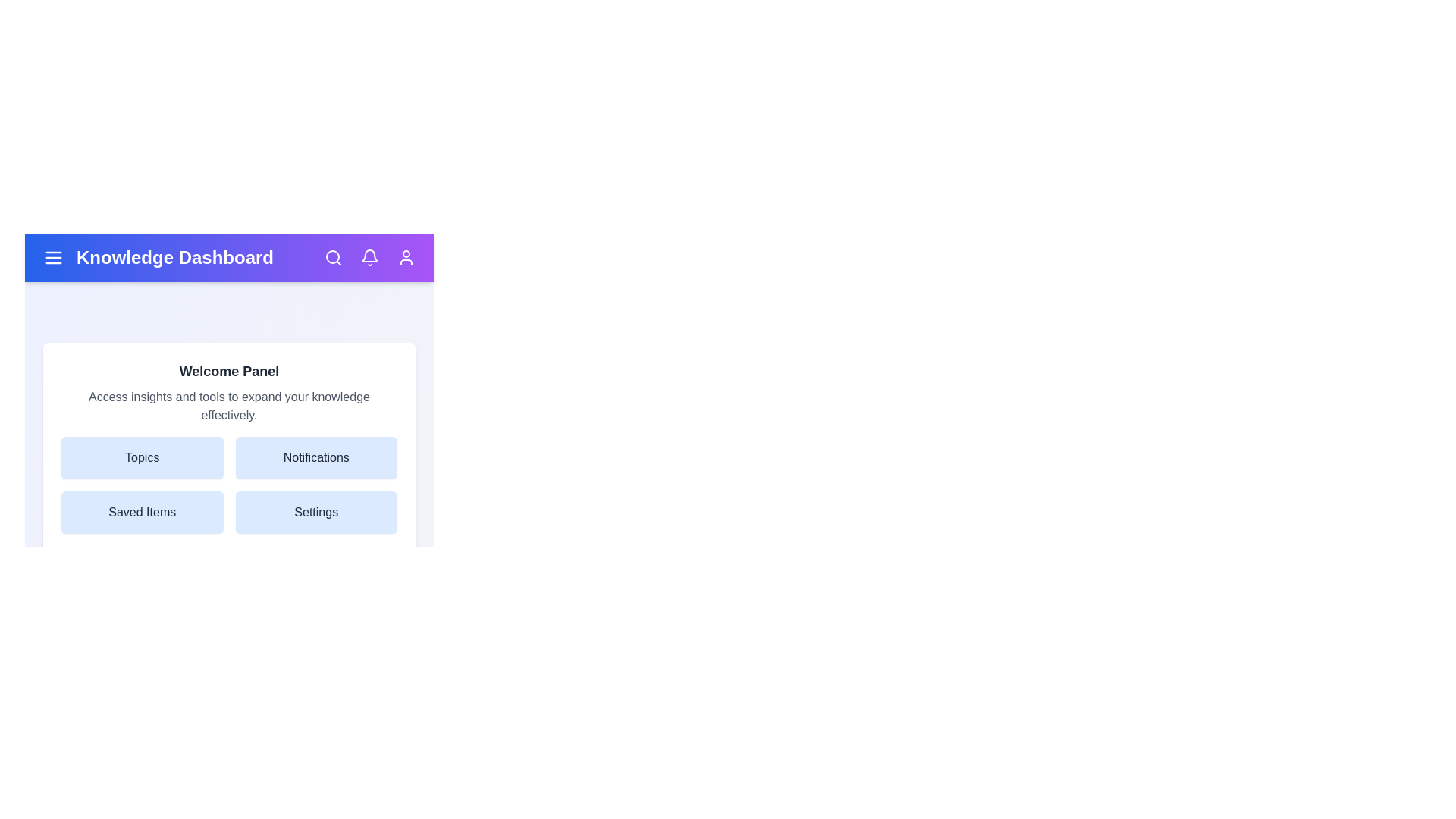  Describe the element at coordinates (315, 512) in the screenshot. I see `the 'Settings' button located in the bottom-right of the panel` at that location.